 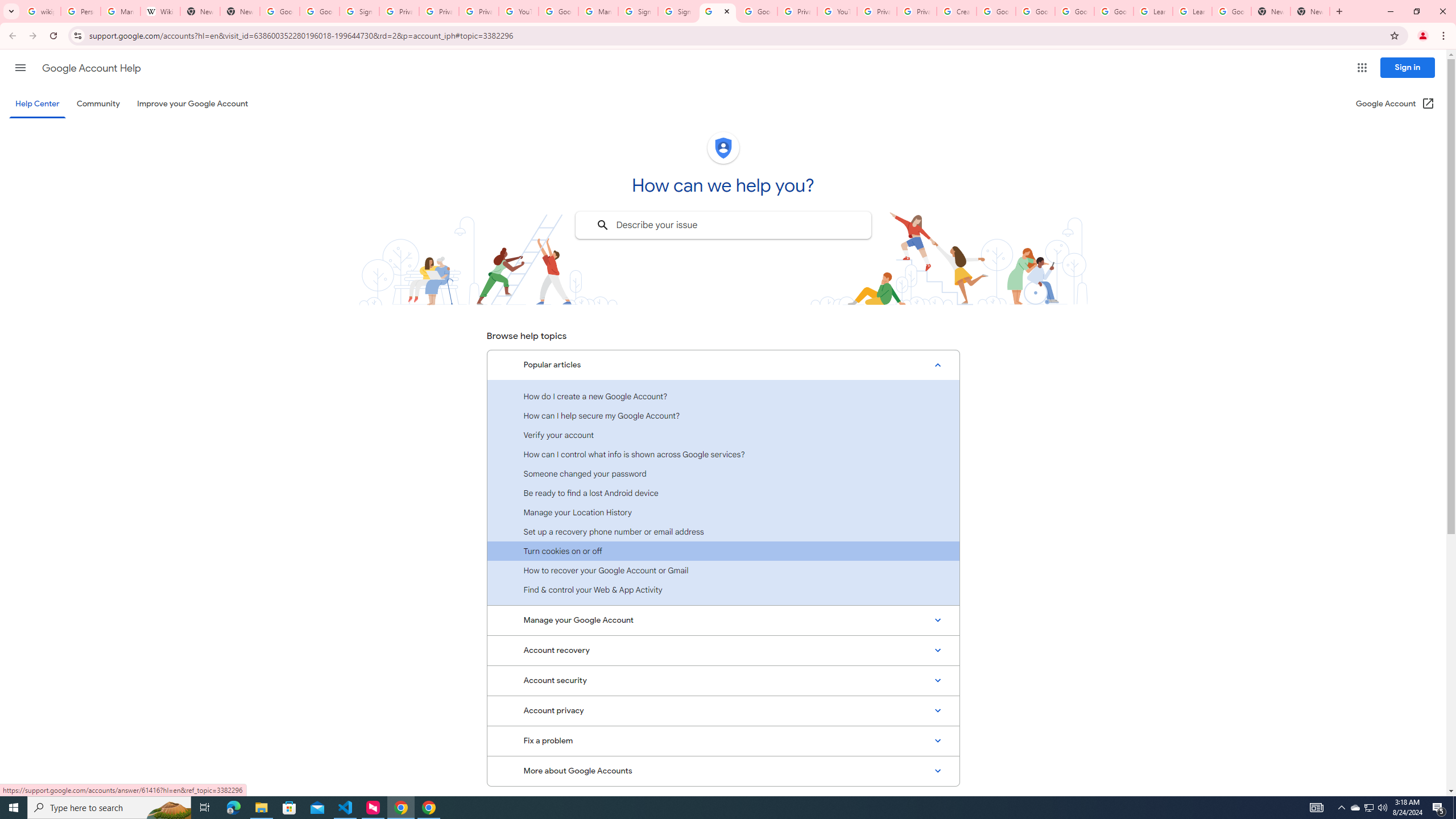 I want to click on 'Improve your Google Account', so click(x=192, y=103).